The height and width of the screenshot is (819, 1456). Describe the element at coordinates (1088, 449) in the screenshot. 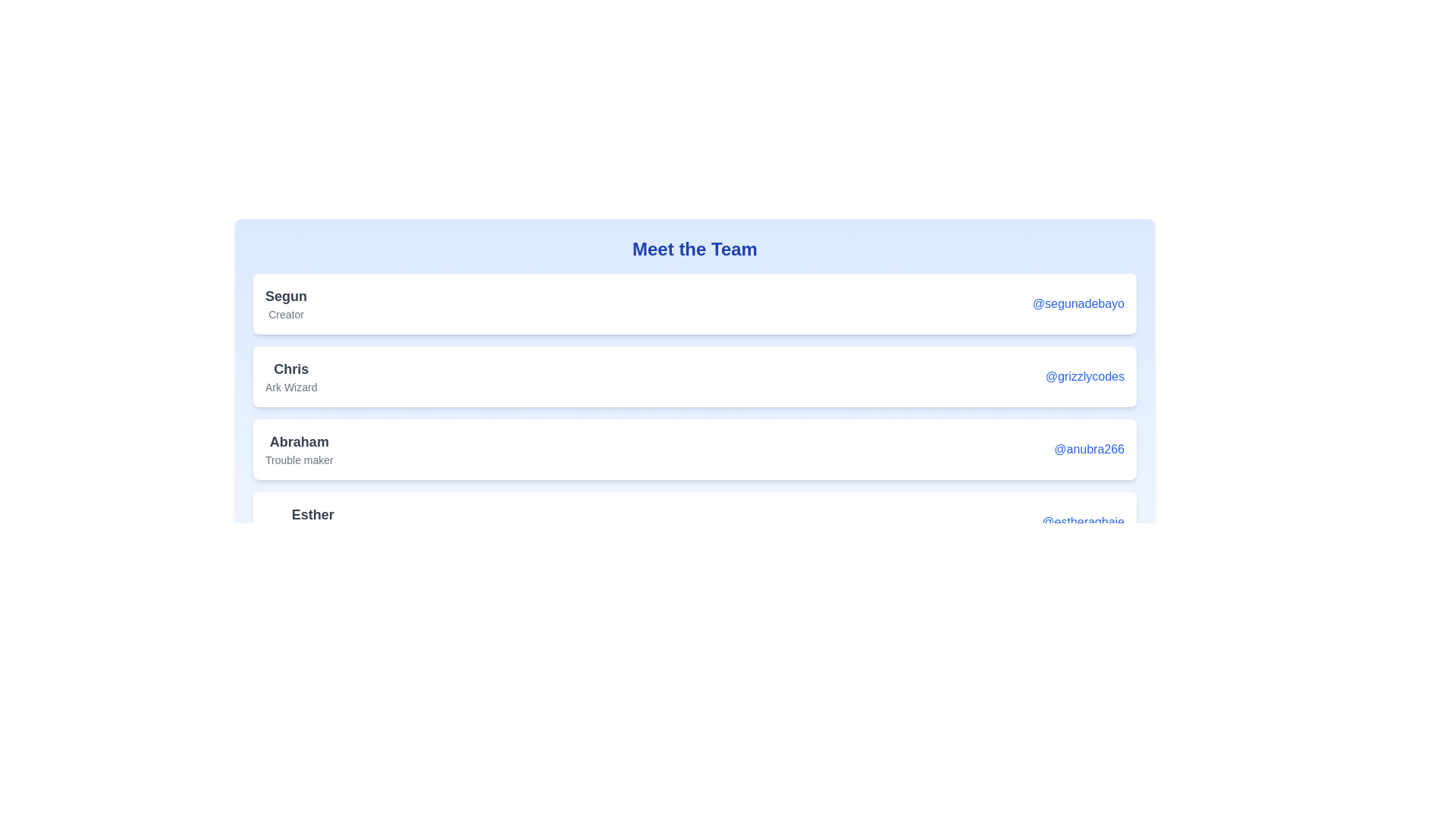

I see `the hyperlink '@anubra266' located at the right edge of the third card in the vertically arranged list` at that location.